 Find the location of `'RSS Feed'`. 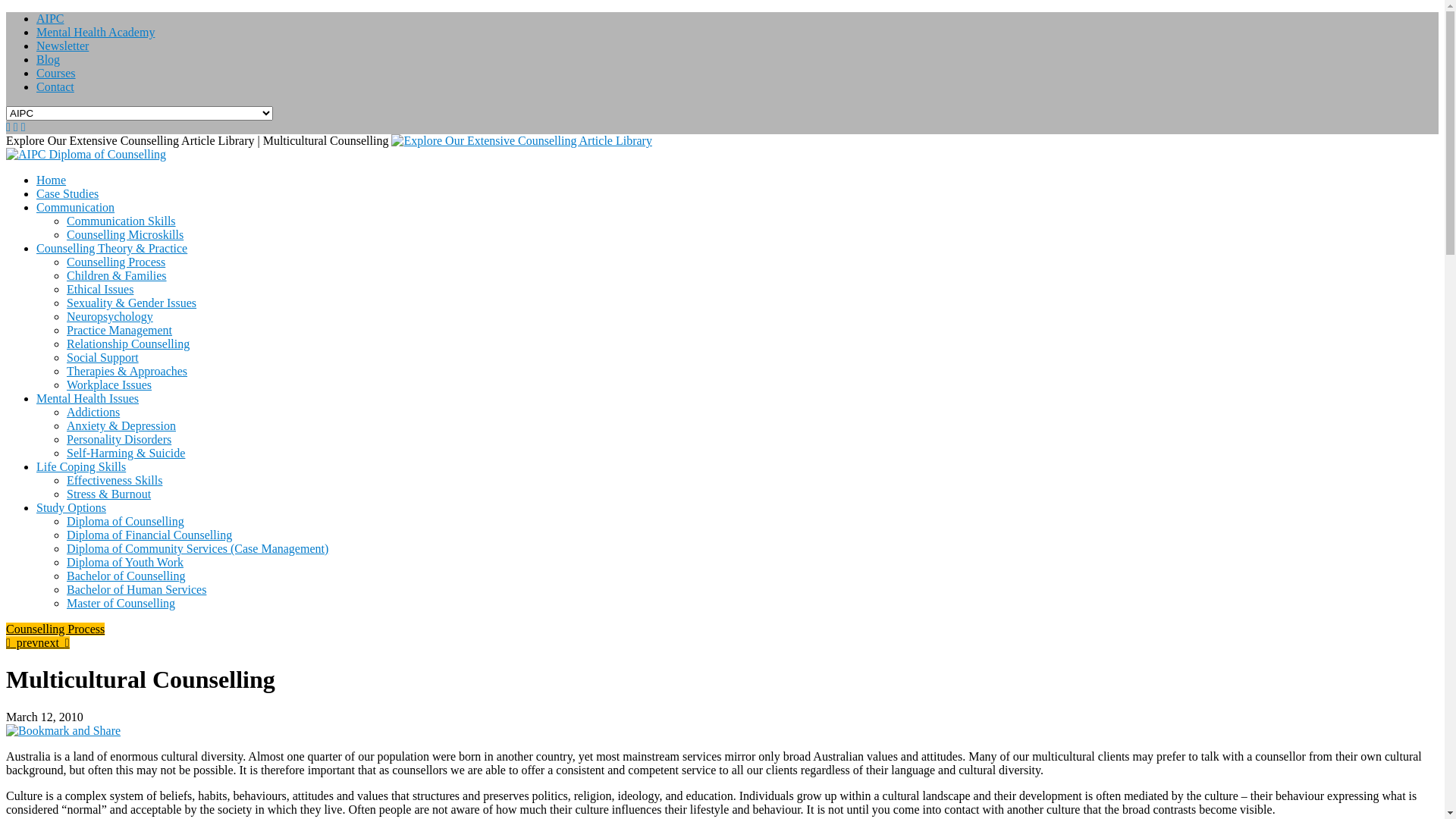

'RSS Feed' is located at coordinates (8, 126).